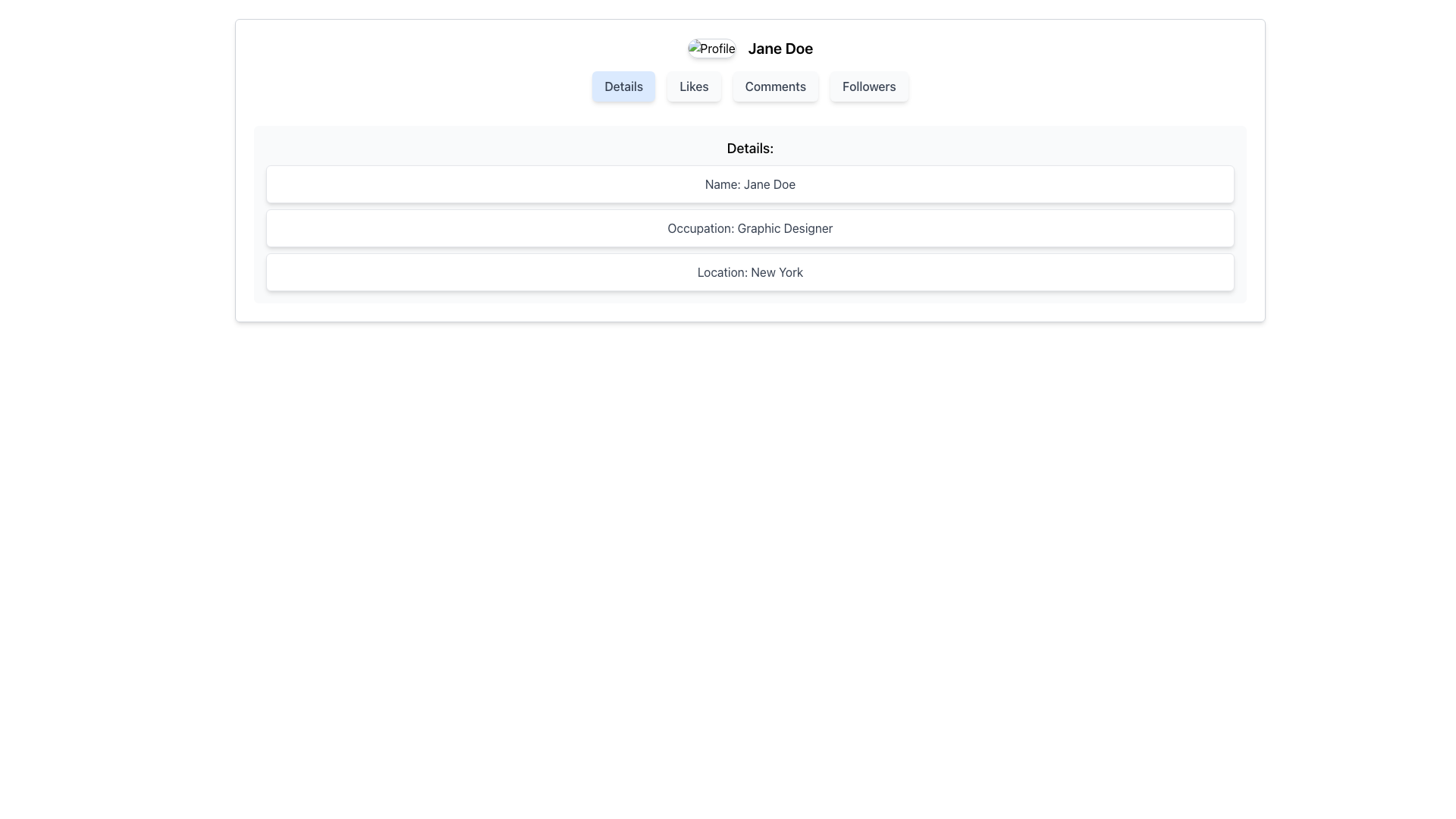 This screenshot has width=1456, height=819. I want to click on the Static Text Display that reads 'Location: New York', which is the third element in a vertically stacked group, located directly below the 'Occupation: Graphic Designer' component, so click(750, 271).